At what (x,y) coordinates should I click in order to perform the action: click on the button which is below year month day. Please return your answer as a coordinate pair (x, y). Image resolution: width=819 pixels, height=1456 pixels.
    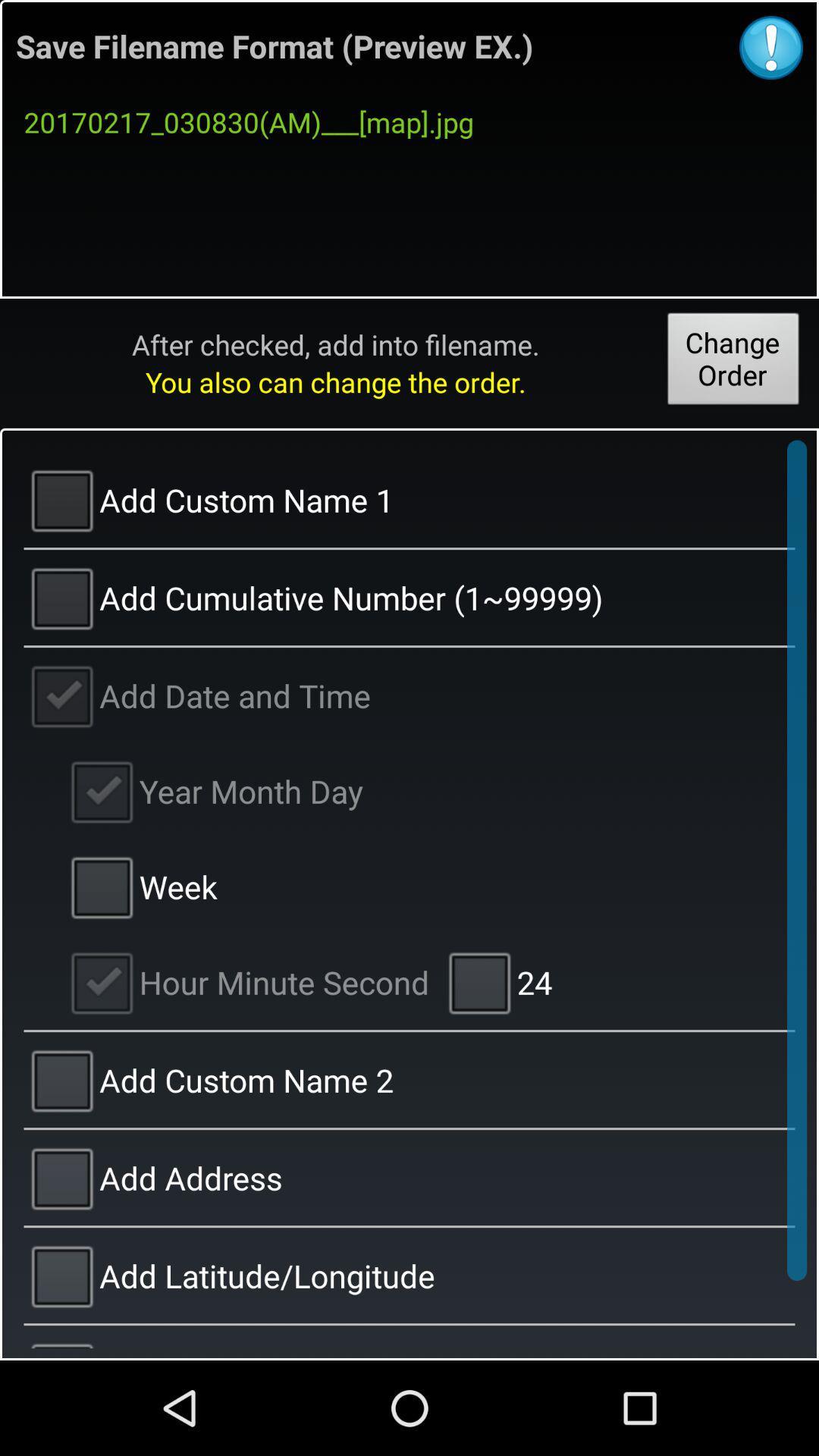
    Looking at the image, I should click on (140, 886).